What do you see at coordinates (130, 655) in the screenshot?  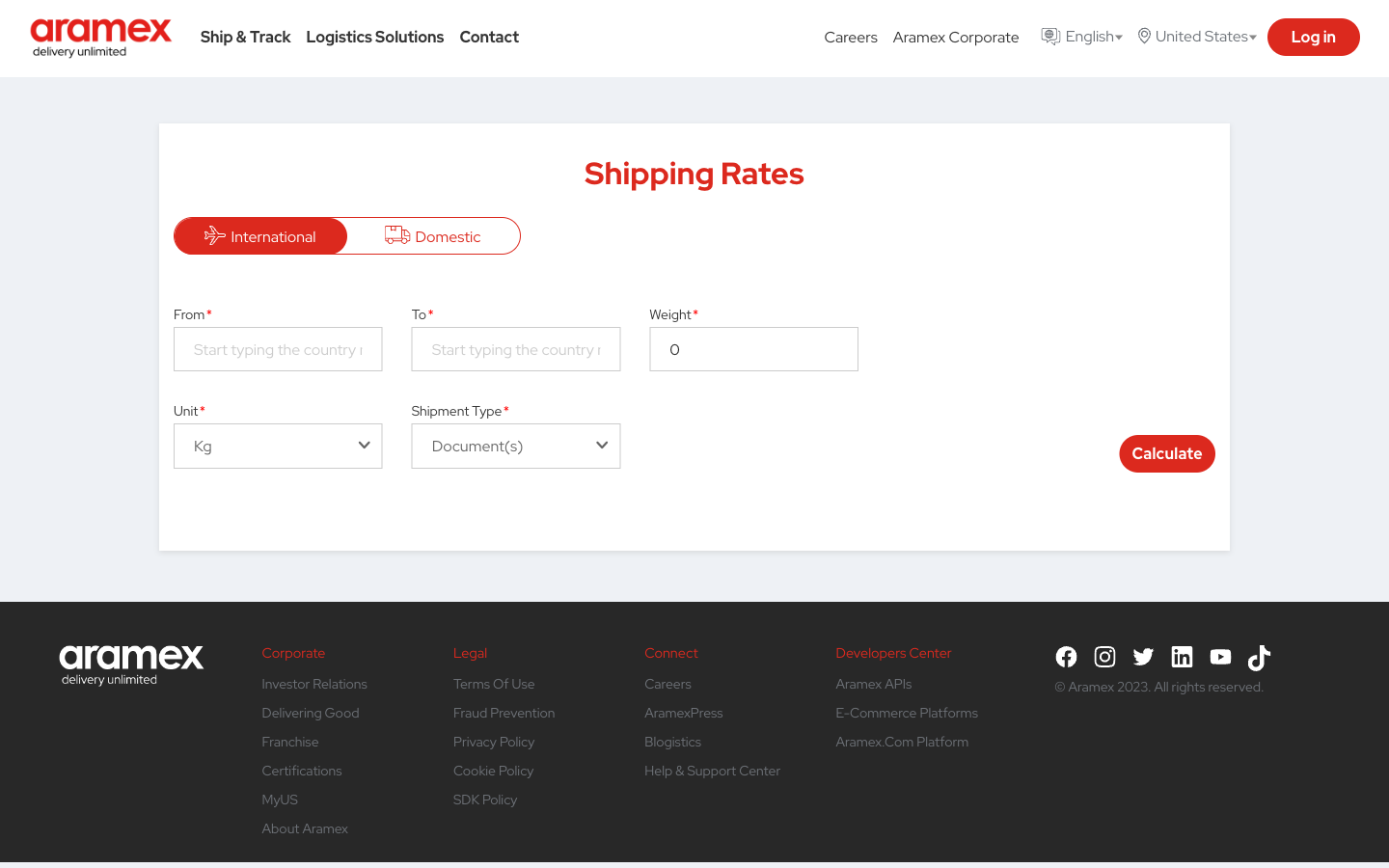 I see `Navigate back to the main page using the button placed at the below left side panel` at bounding box center [130, 655].